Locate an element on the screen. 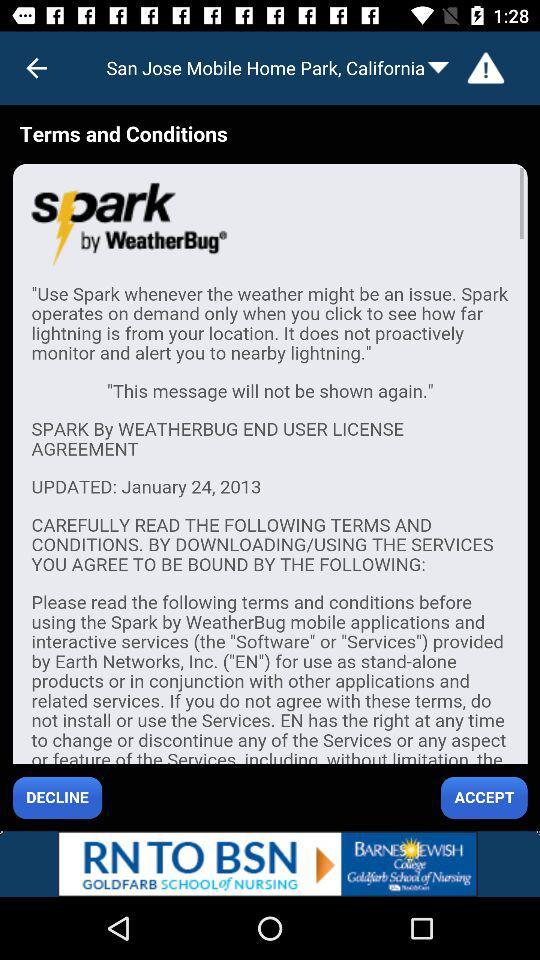 The image size is (540, 960). advertisement is located at coordinates (270, 863).